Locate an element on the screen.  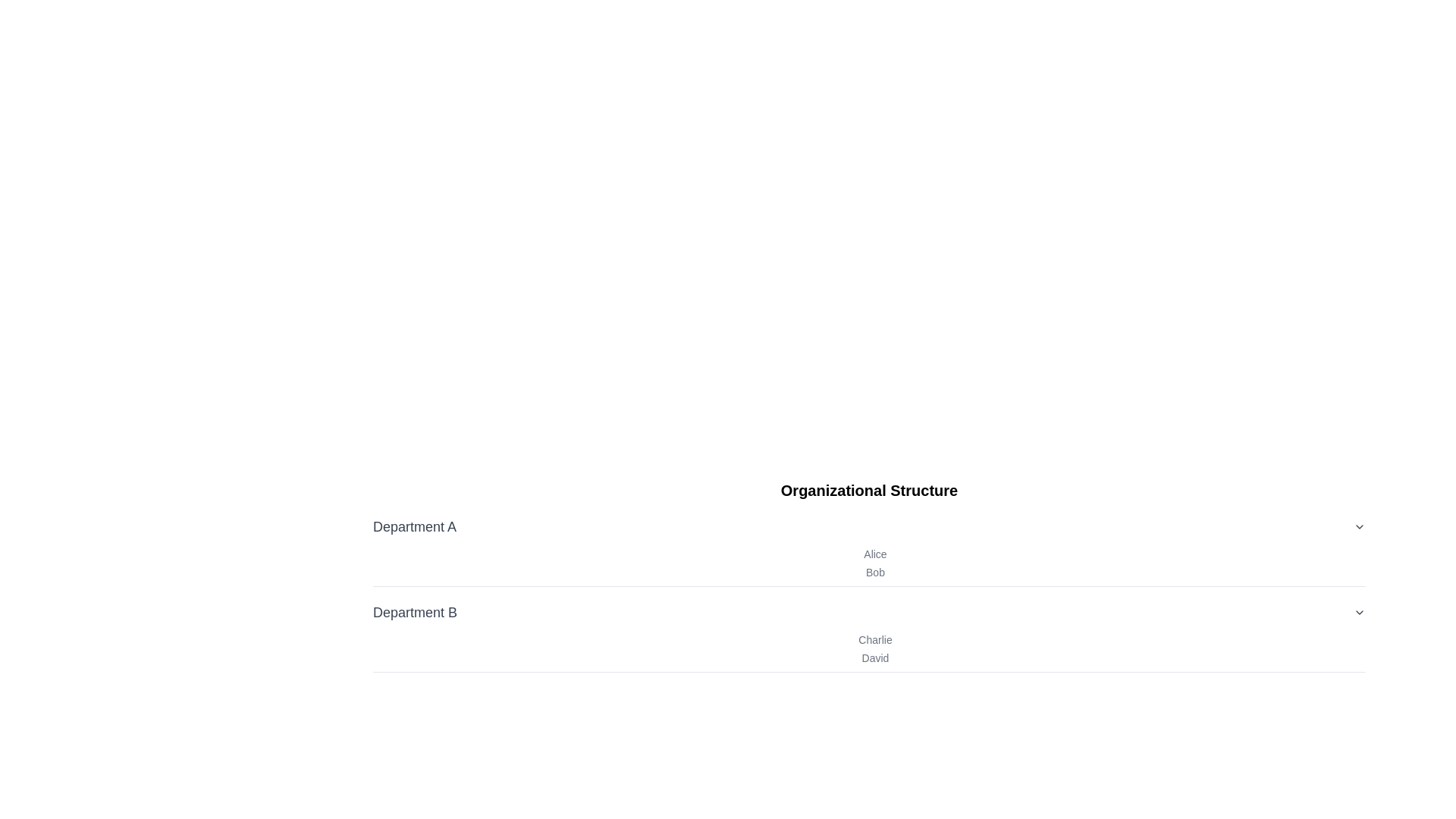
the text block displaying group information for 'Charlie' and 'David' under the heading 'Department B' is located at coordinates (875, 648).